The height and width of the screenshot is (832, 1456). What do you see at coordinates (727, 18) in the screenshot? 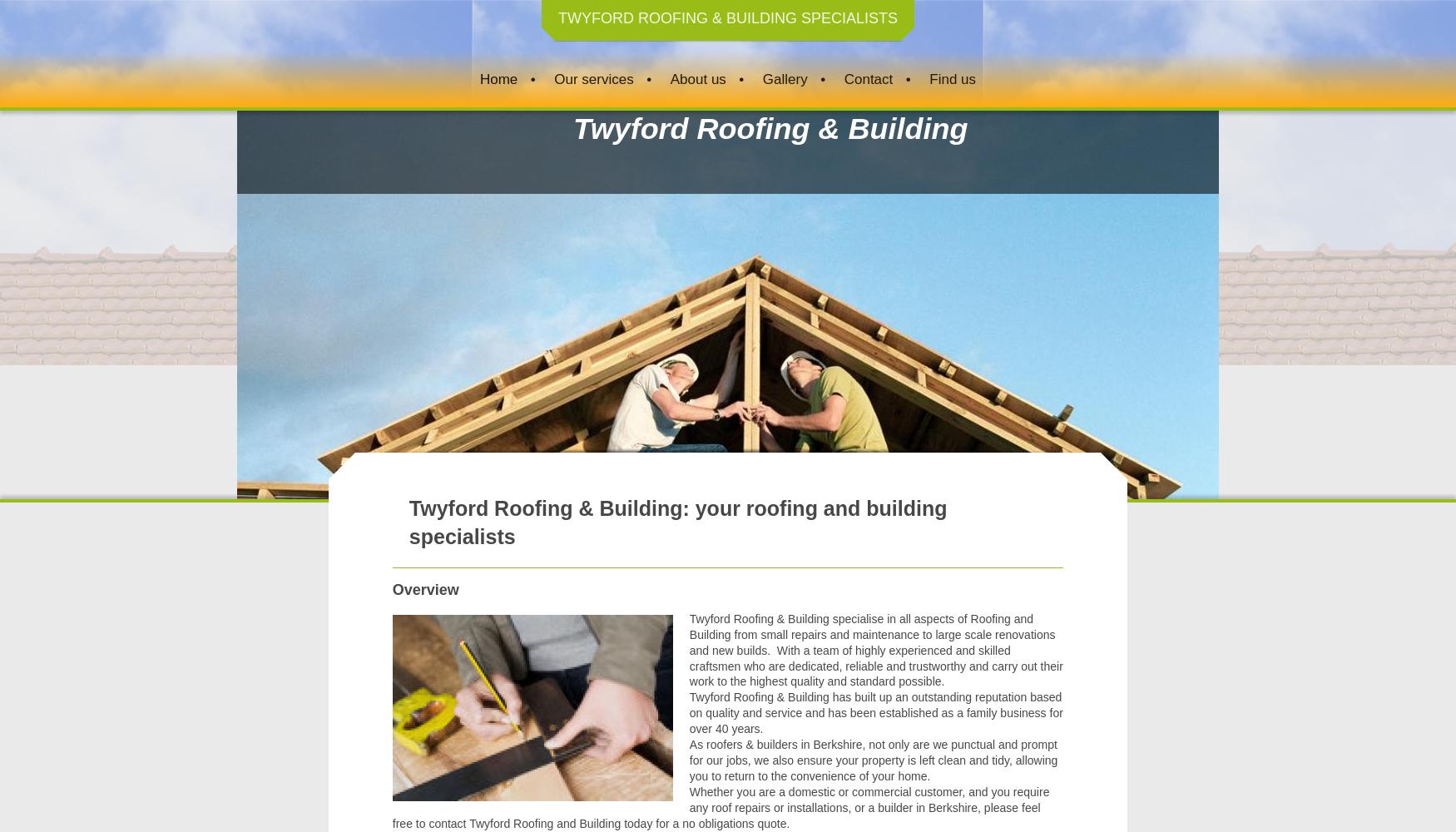
I see `'TWYFORD ROOFING & BUILDING SPECIALISTS'` at bounding box center [727, 18].